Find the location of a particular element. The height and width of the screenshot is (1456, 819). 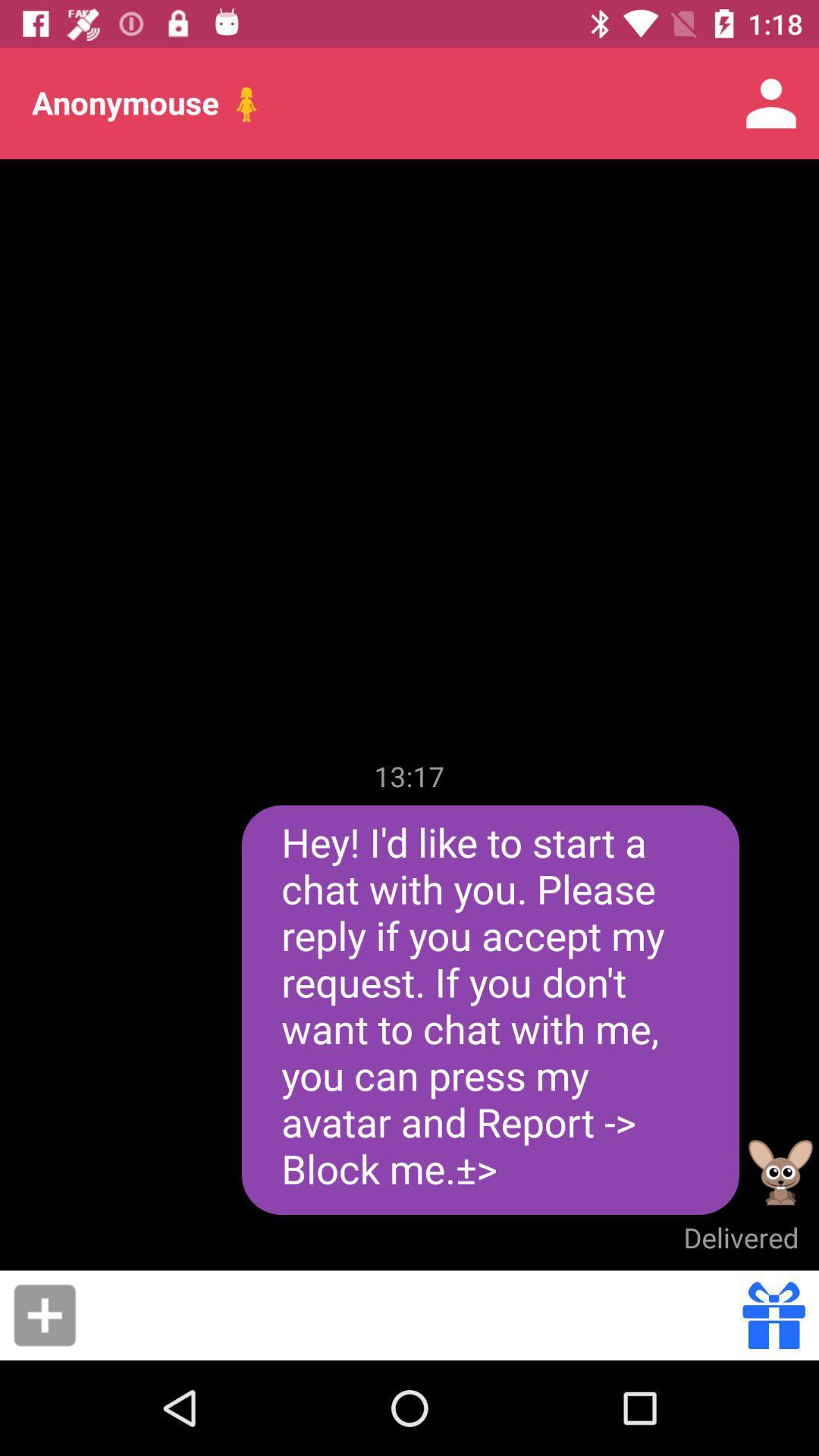

the icon next to the hey i d item is located at coordinates (780, 1172).